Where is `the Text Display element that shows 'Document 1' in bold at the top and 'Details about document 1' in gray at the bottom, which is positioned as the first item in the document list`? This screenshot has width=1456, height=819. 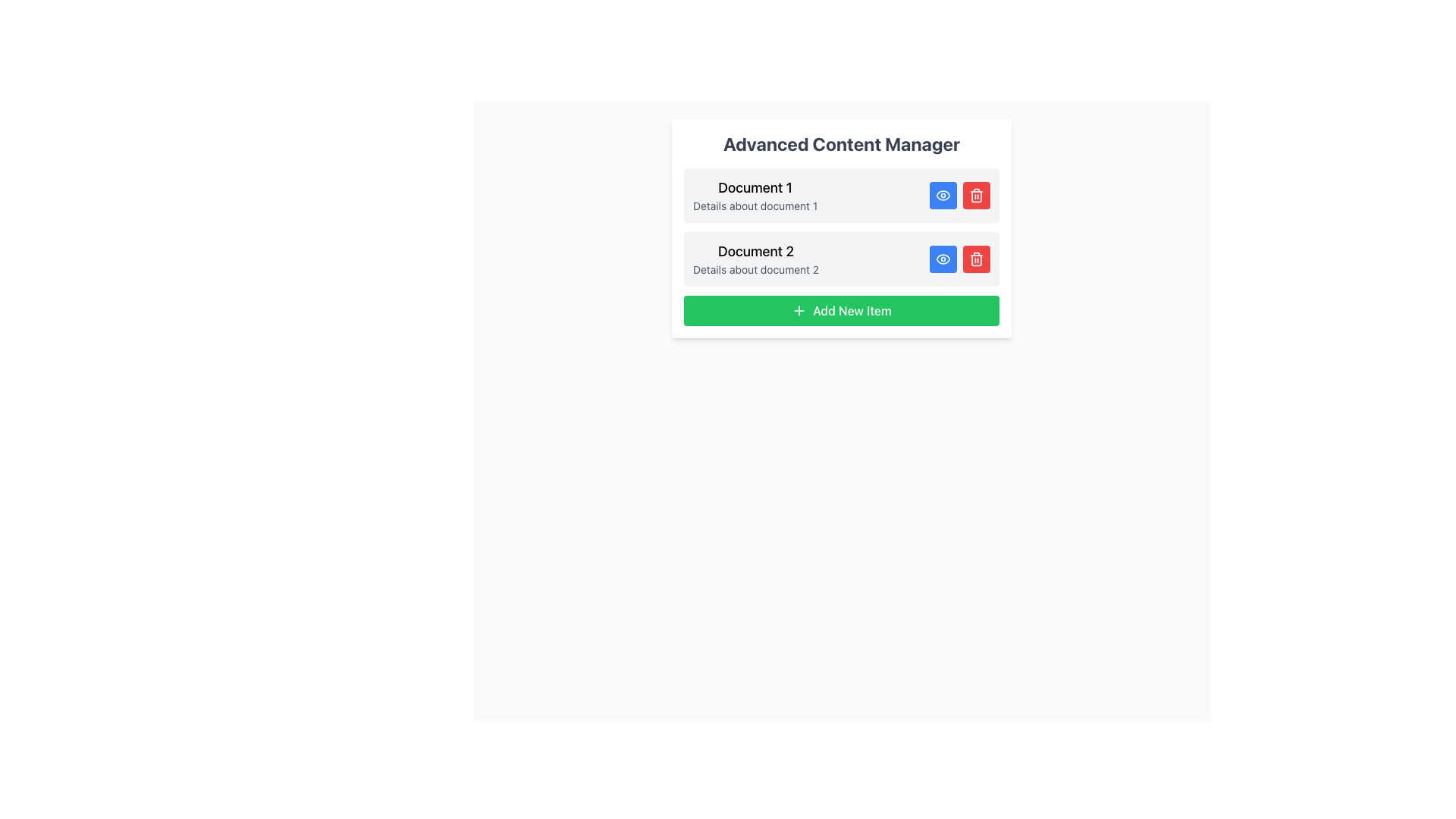
the Text Display element that shows 'Document 1' in bold at the top and 'Details about document 1' in gray at the bottom, which is positioned as the first item in the document list is located at coordinates (755, 195).